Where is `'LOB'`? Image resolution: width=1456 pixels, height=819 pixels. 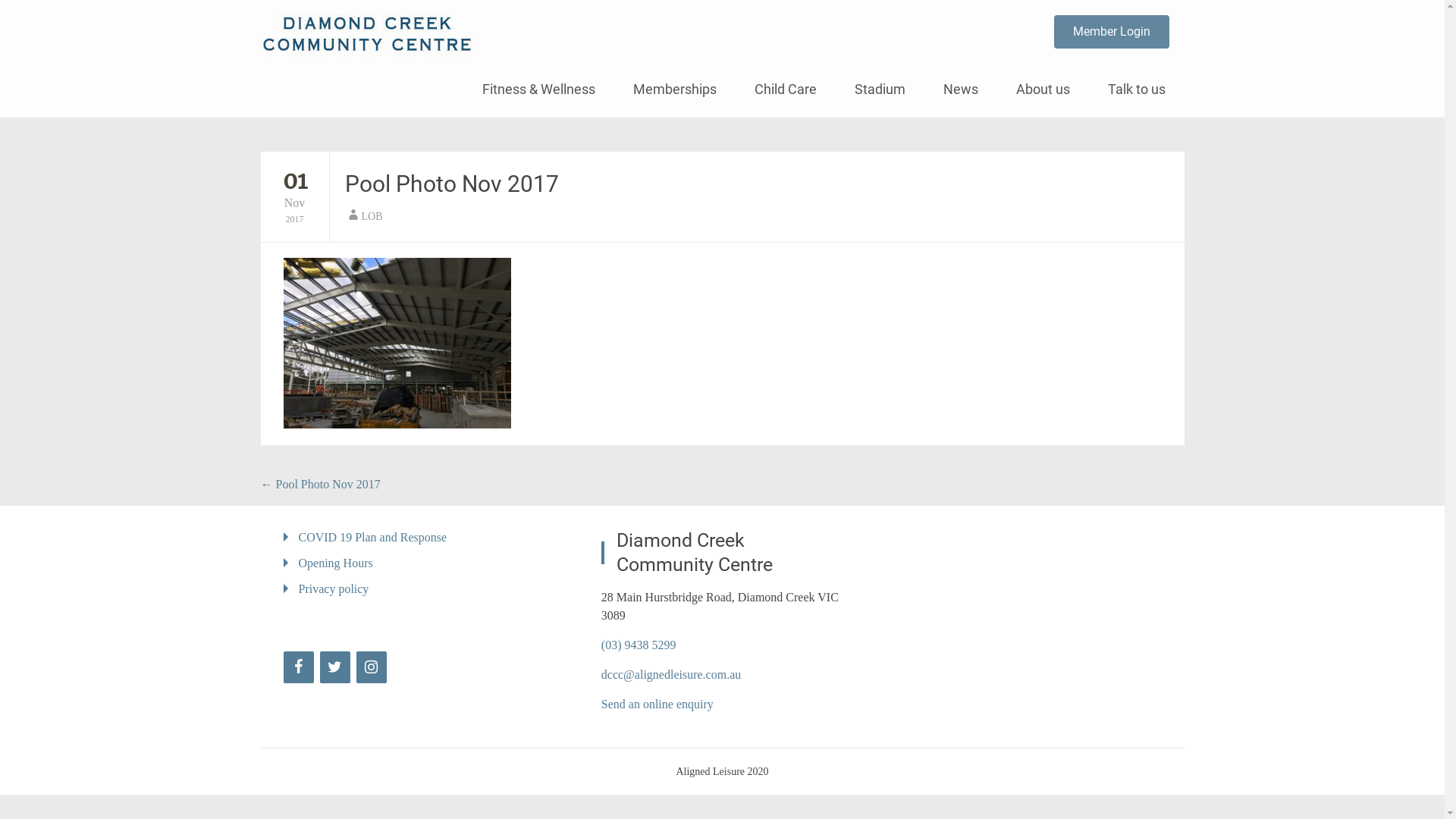
'LOB' is located at coordinates (371, 216).